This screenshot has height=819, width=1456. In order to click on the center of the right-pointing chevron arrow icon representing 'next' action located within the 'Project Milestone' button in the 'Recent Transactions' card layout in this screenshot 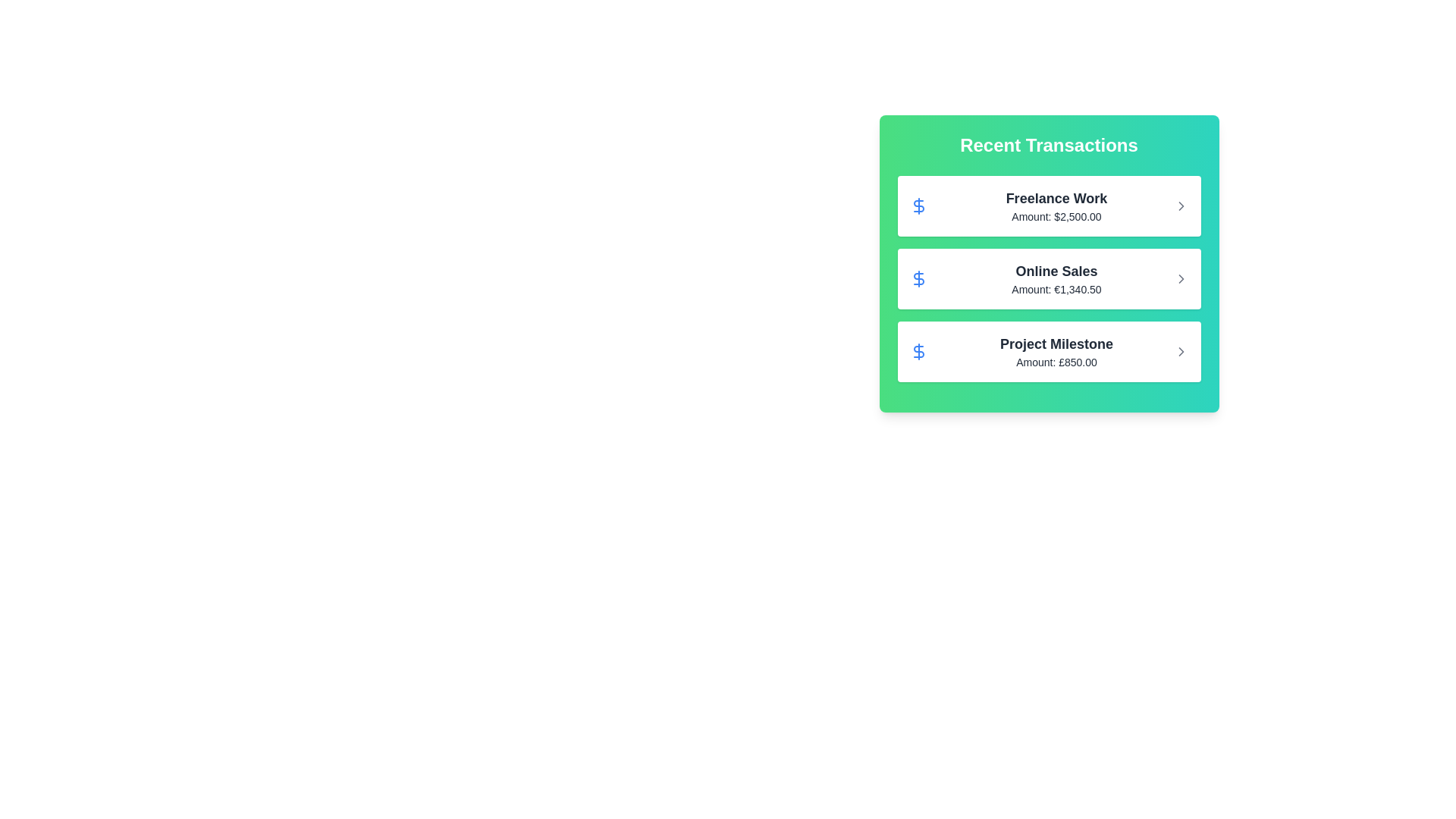, I will do `click(1180, 351)`.